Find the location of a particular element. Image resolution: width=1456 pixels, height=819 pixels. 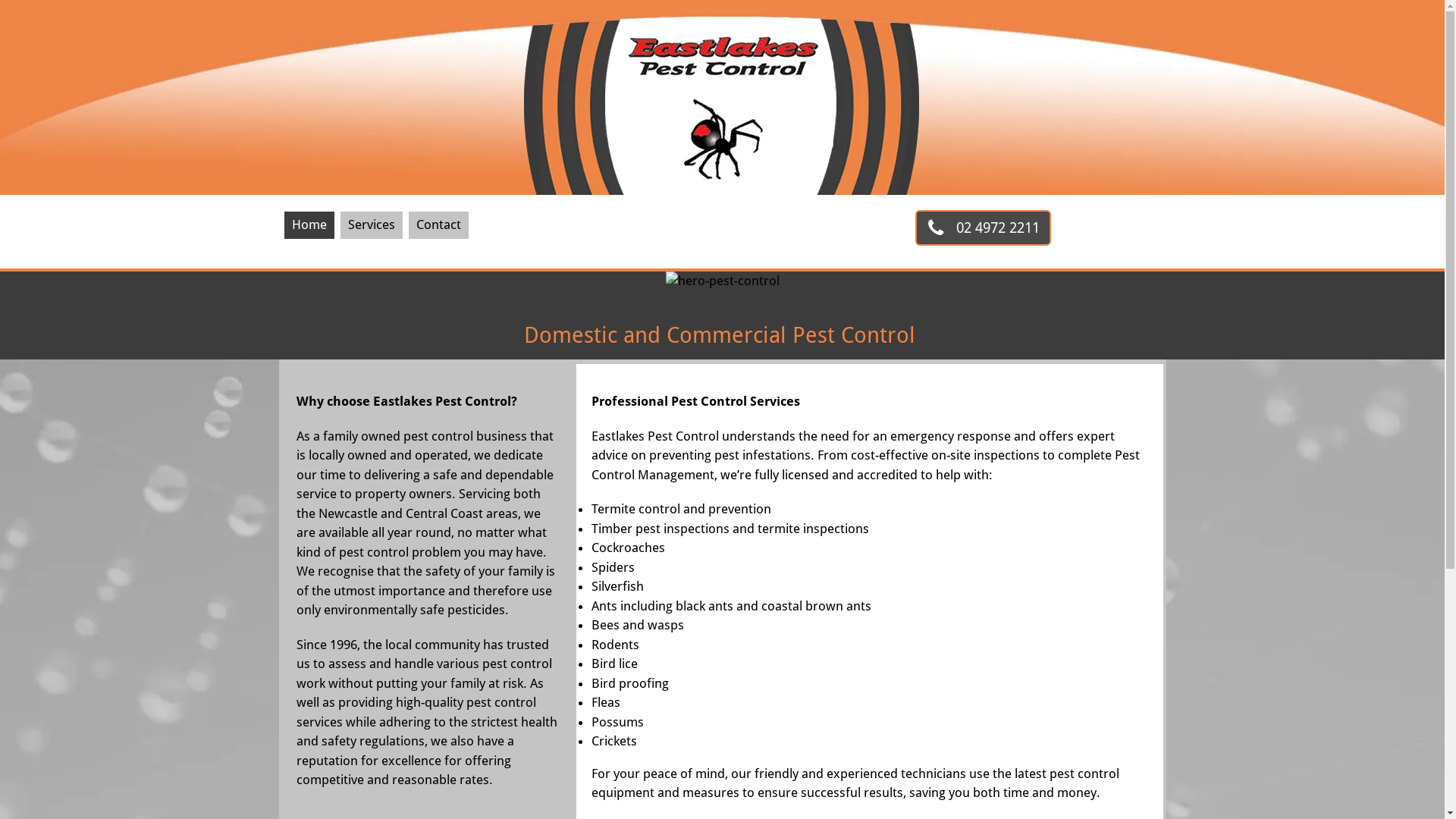

'Contact' is located at coordinates (438, 225).